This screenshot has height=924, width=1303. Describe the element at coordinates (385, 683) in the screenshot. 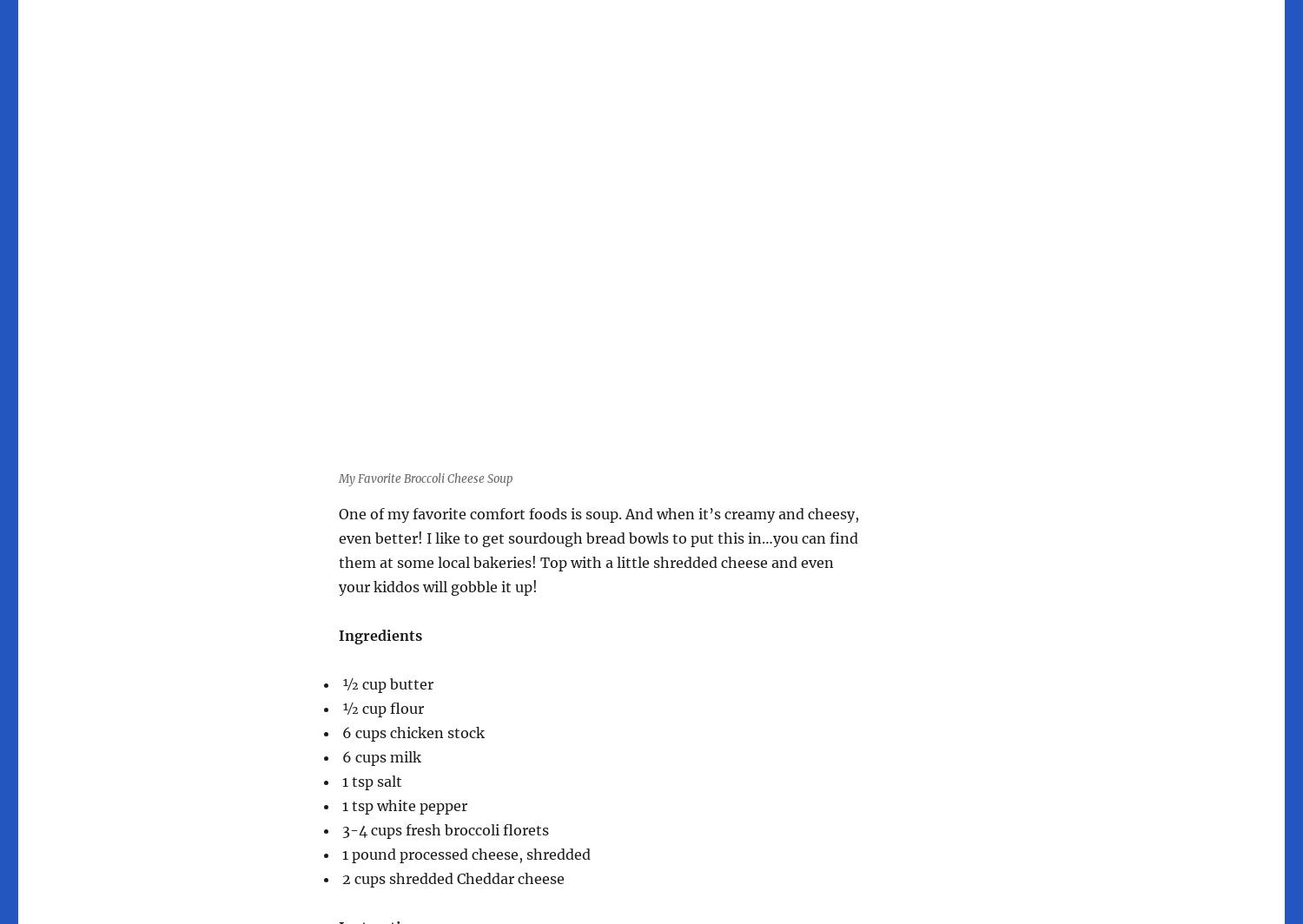

I see `'½ cup butter'` at that location.